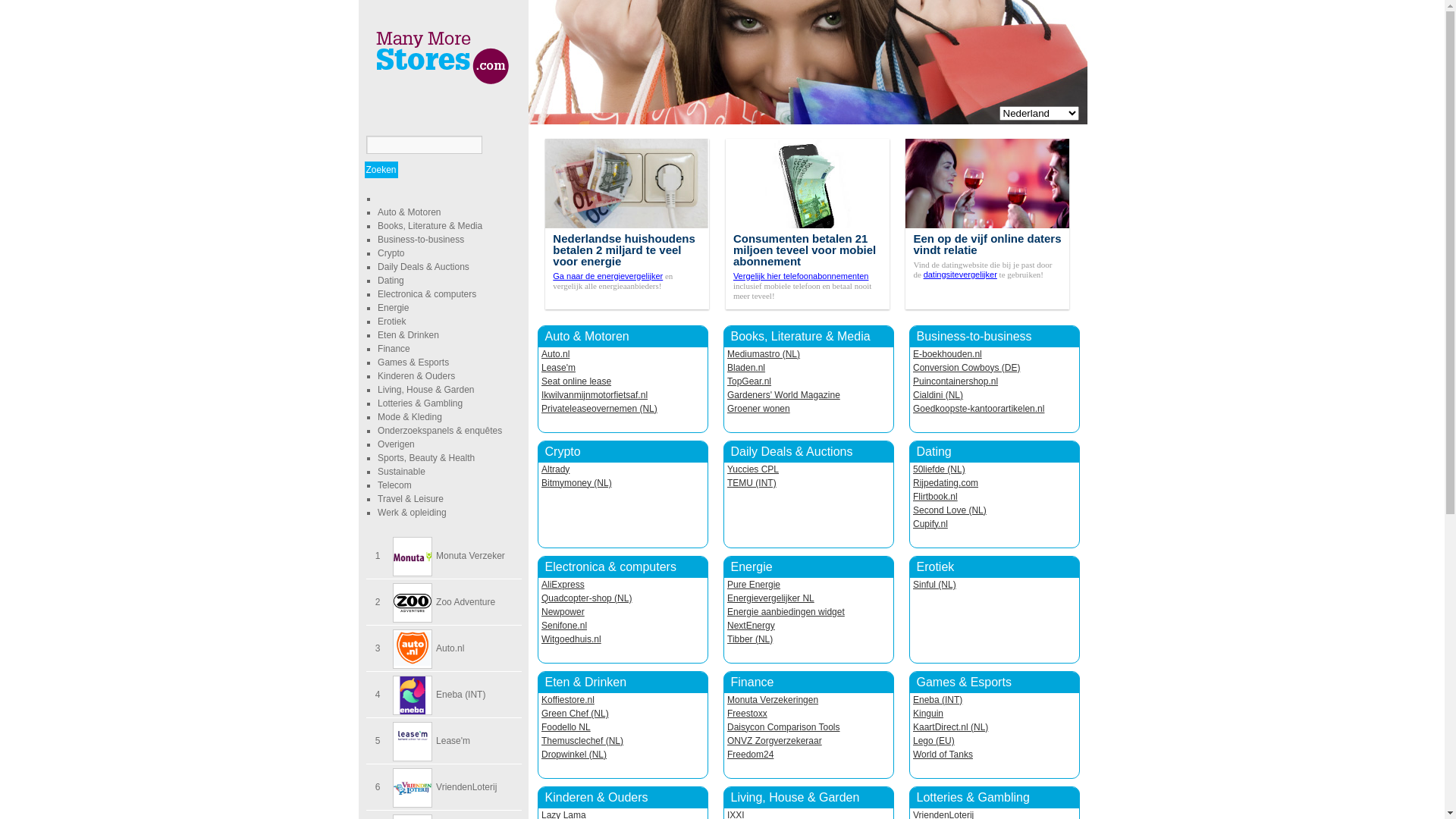 This screenshot has height=819, width=1456. Describe the element at coordinates (570, 639) in the screenshot. I see `'Witgoedhuis.nl'` at that location.